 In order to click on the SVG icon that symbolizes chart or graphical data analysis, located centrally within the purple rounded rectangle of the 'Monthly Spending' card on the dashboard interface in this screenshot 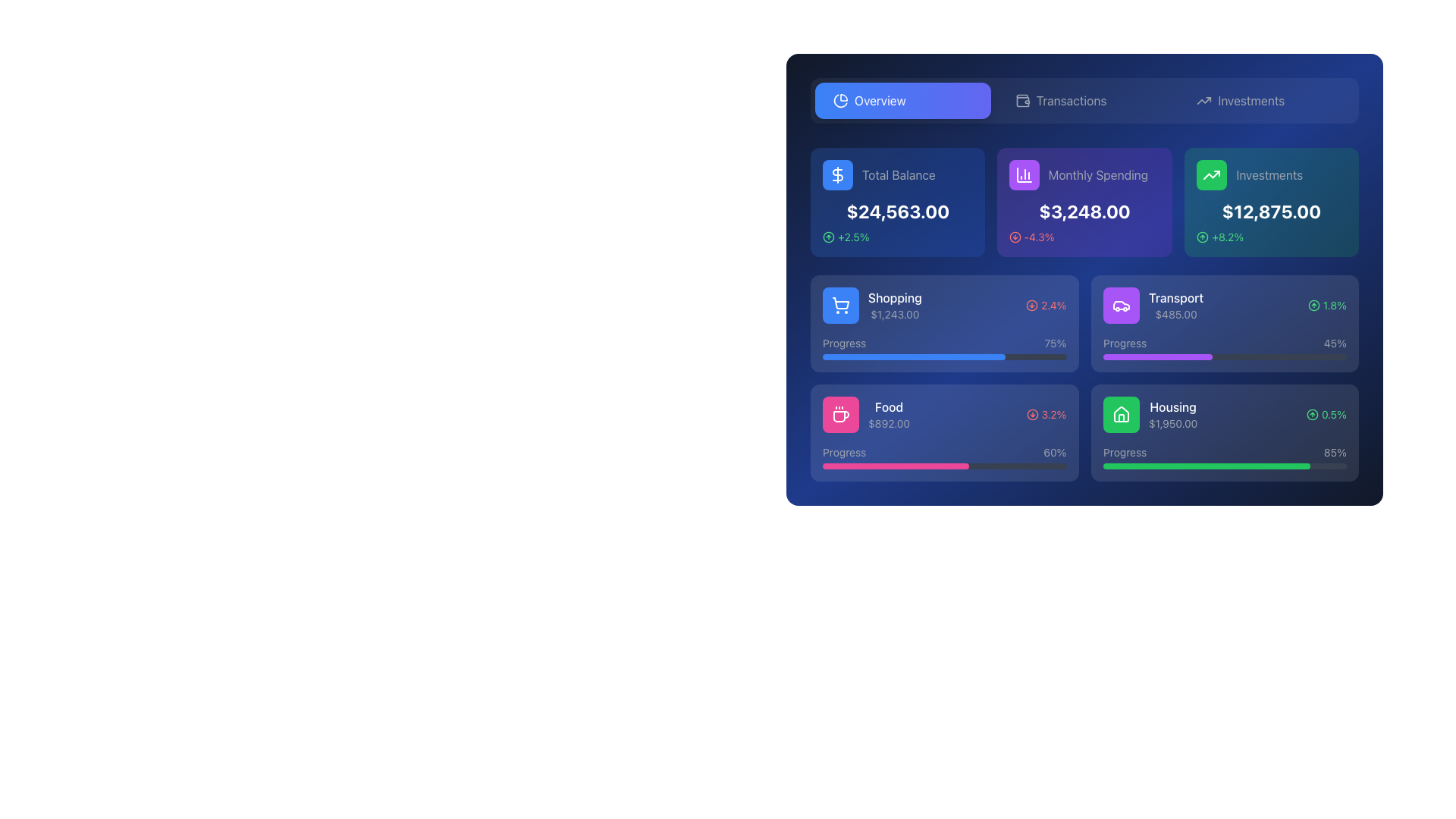, I will do `click(1025, 174)`.